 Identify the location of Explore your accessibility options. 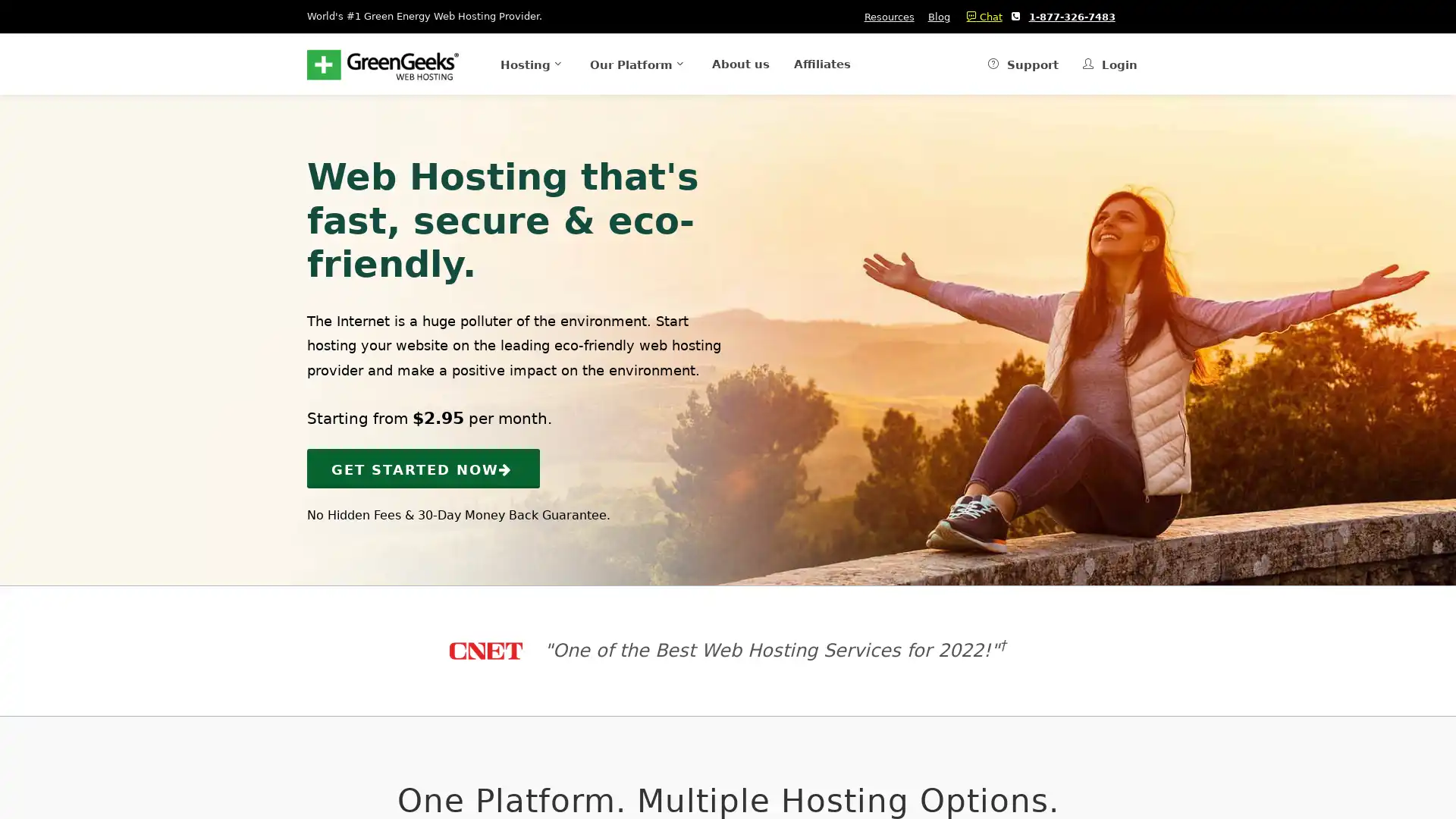
(24, 742).